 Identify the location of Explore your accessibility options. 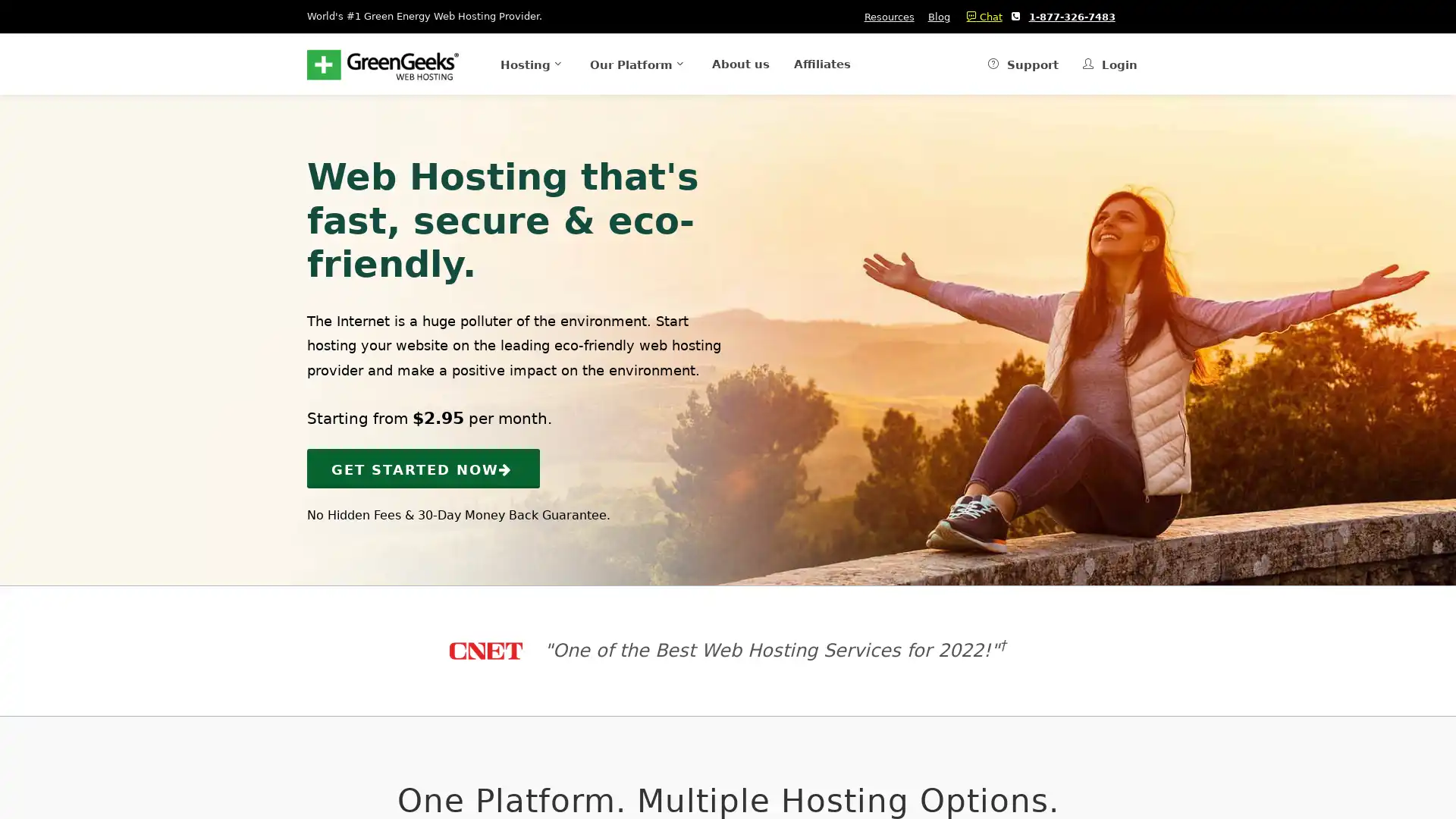
(24, 742).